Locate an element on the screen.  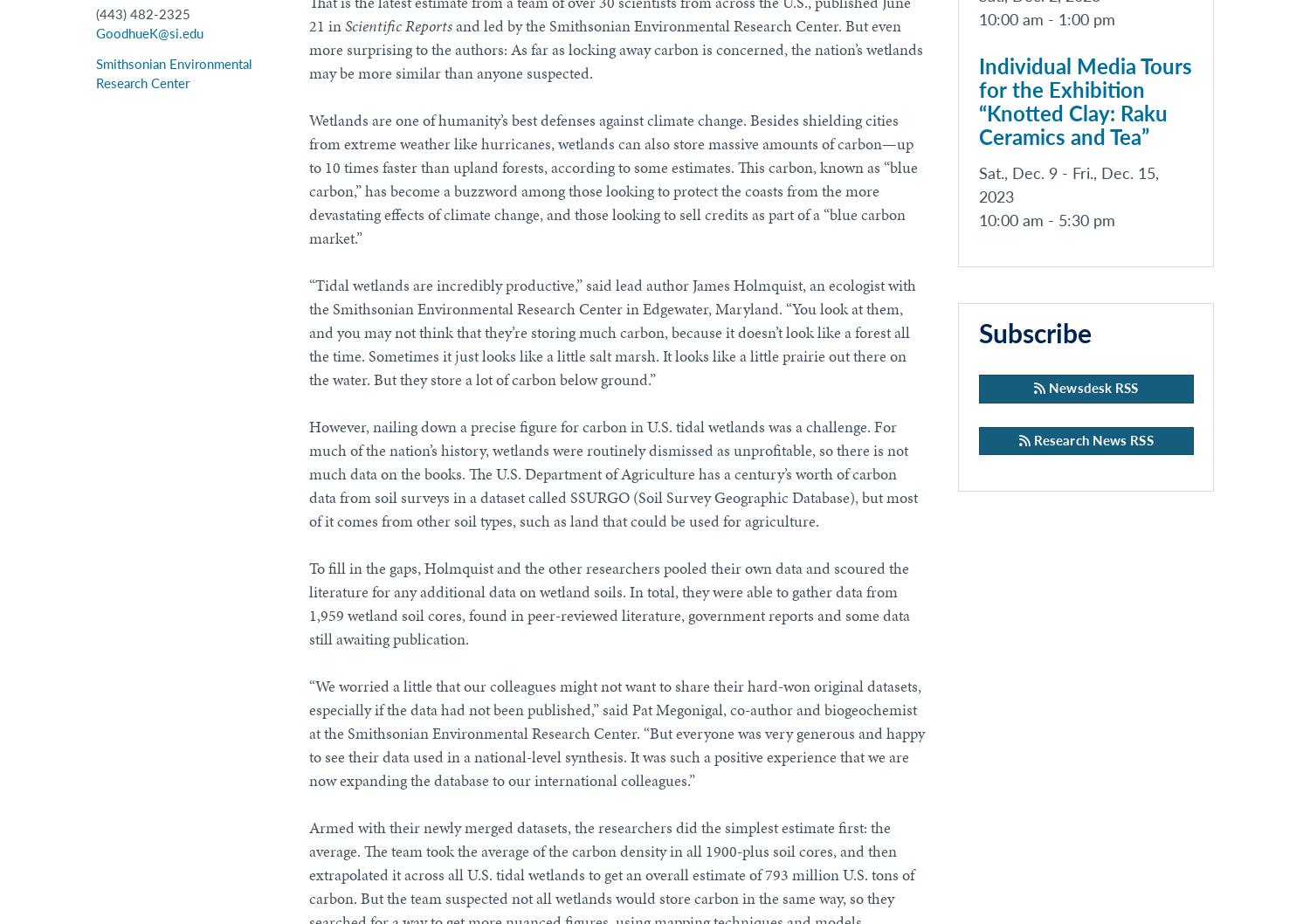
'Sat., Dec. 9 - Fri., Dec. 15, 2023' is located at coordinates (1066, 185).